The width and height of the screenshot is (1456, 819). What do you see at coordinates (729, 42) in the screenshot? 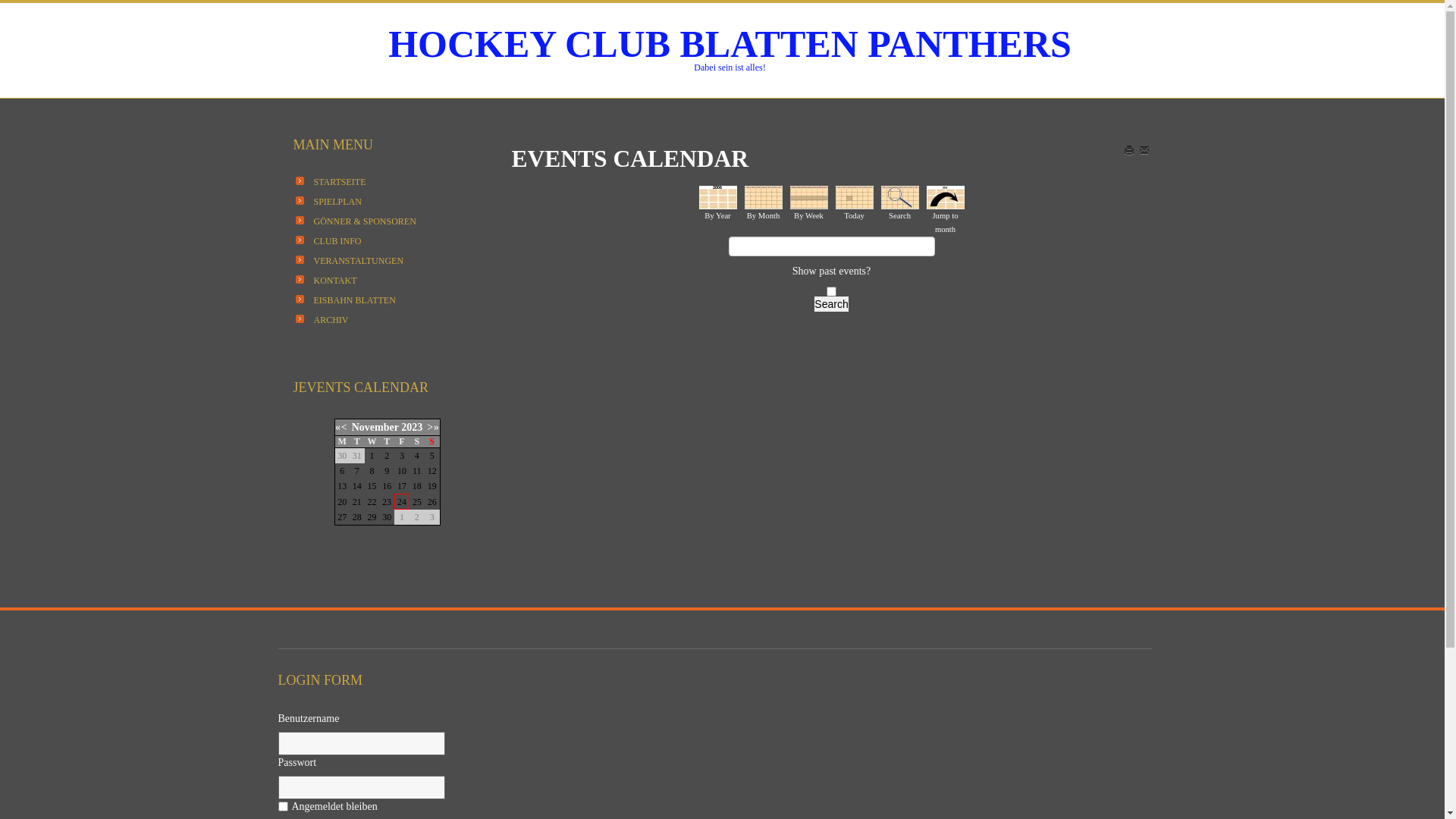
I see `'HOCKEY CLUB BLATTEN PANTHERS'` at bounding box center [729, 42].